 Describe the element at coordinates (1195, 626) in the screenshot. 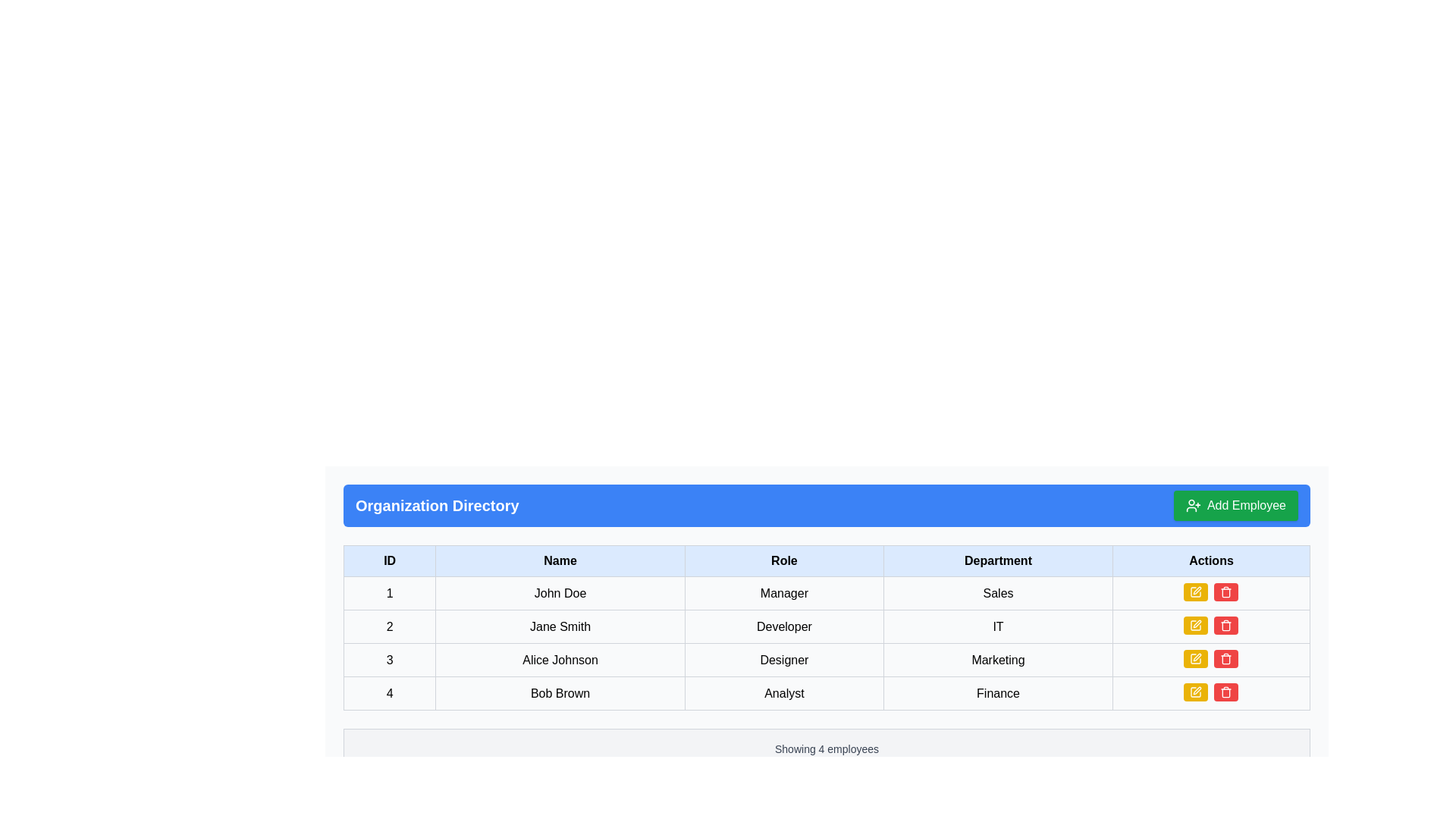

I see `the edit button located in the 'Actions' column of the second row in the table` at that location.